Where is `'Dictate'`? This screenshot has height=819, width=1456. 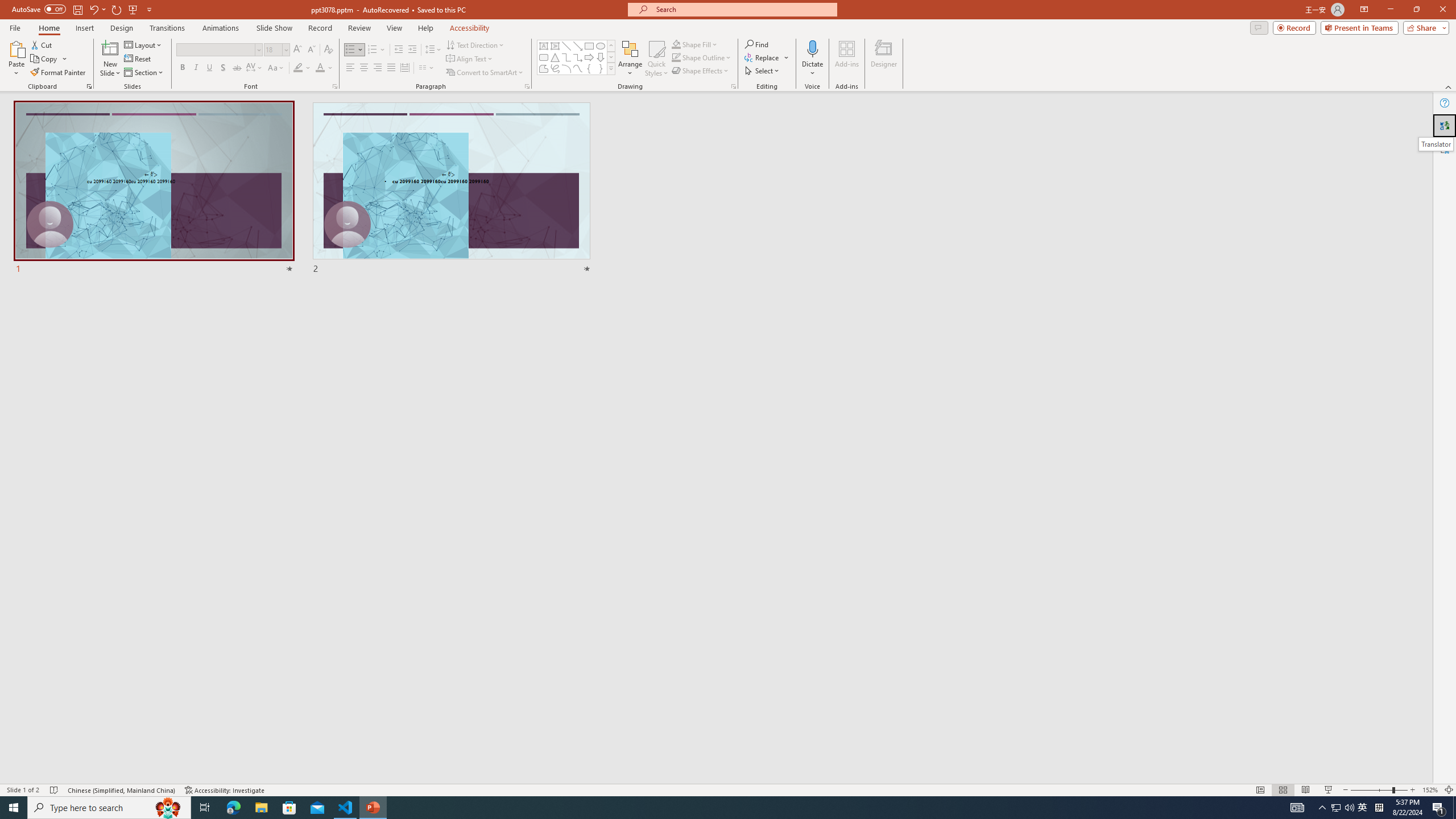 'Dictate' is located at coordinates (812, 59).